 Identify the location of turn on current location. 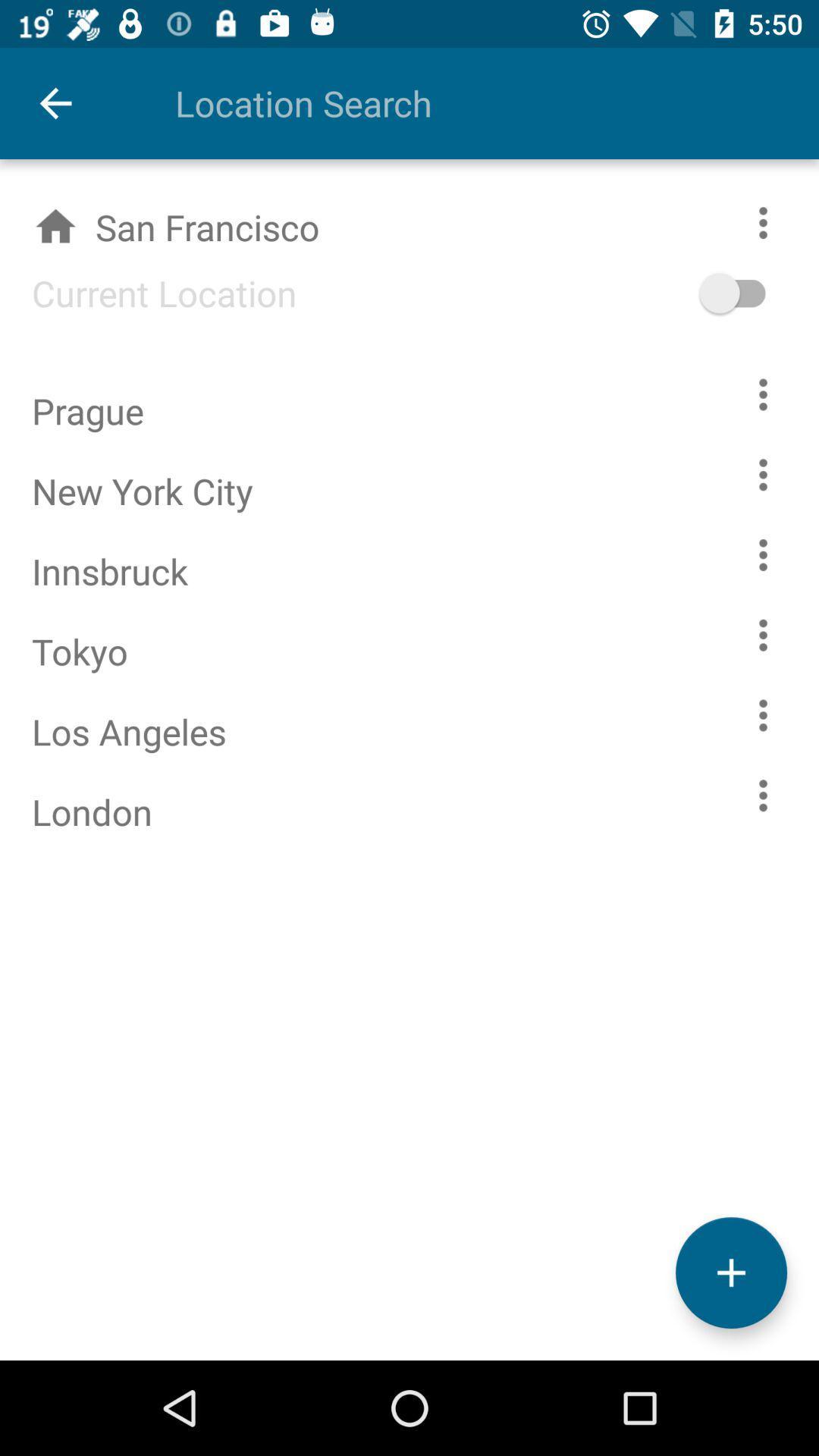
(755, 293).